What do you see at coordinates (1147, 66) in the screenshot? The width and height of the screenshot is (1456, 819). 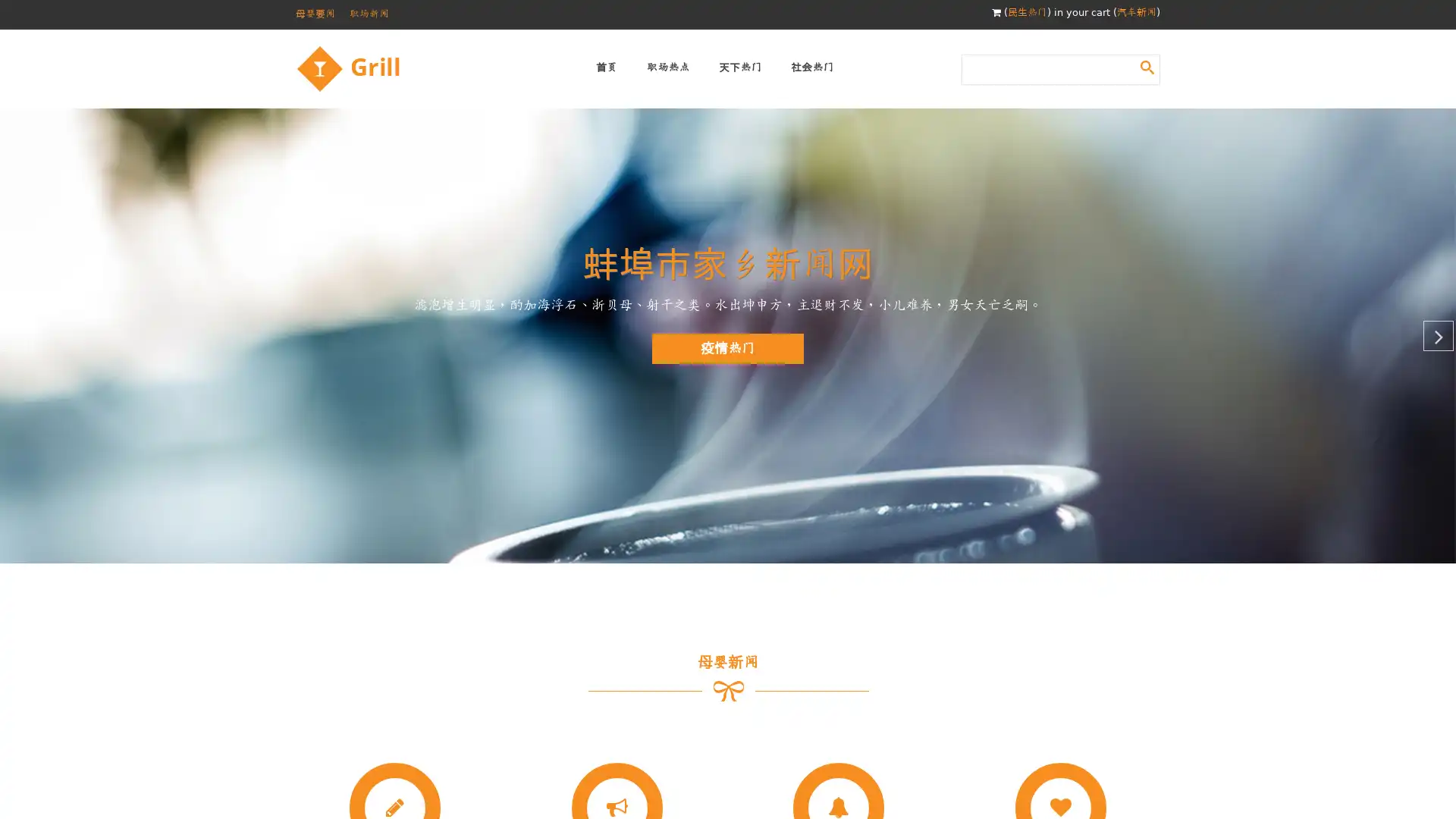 I see `Submit` at bounding box center [1147, 66].